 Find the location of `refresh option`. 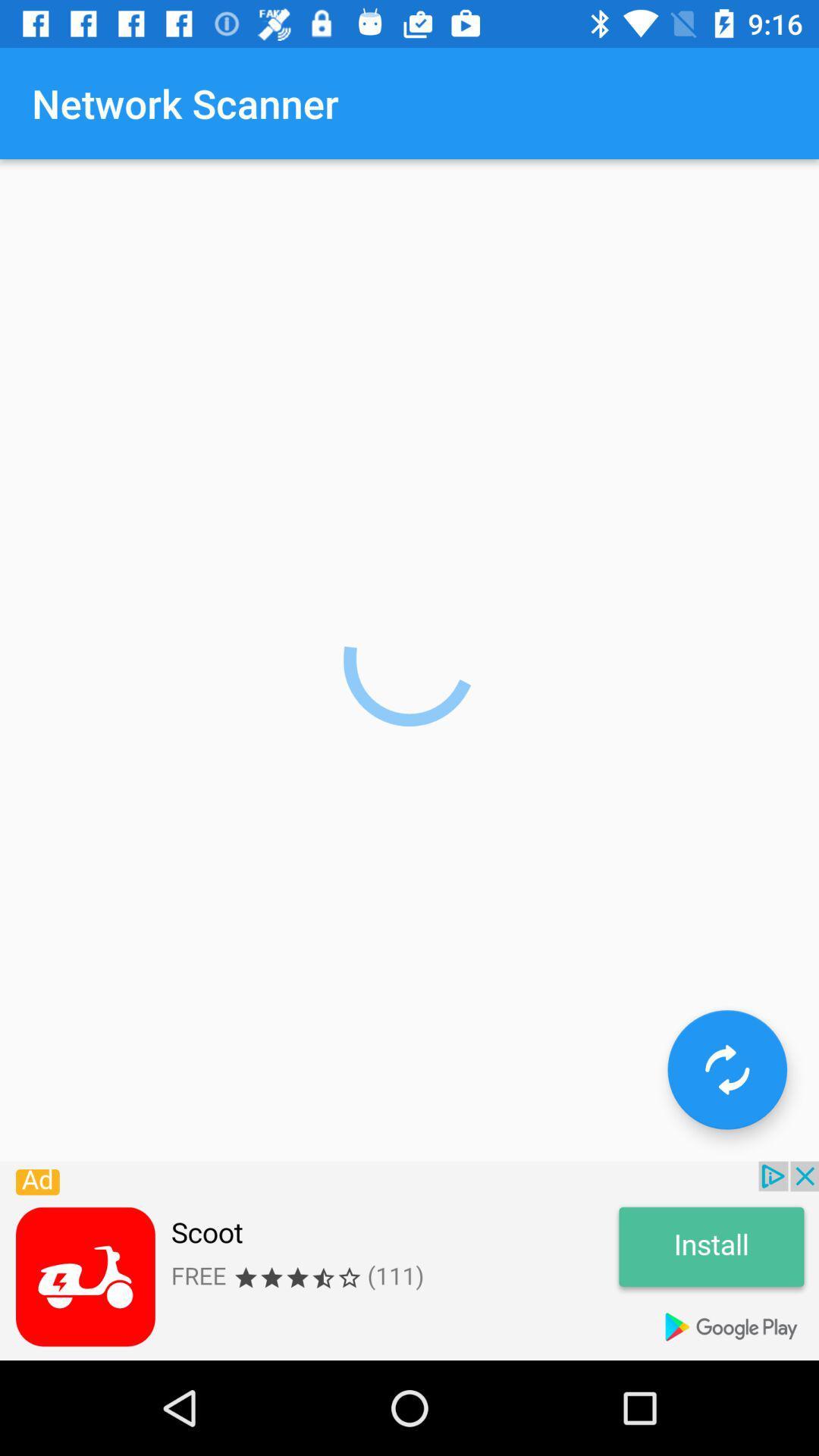

refresh option is located at coordinates (726, 1068).